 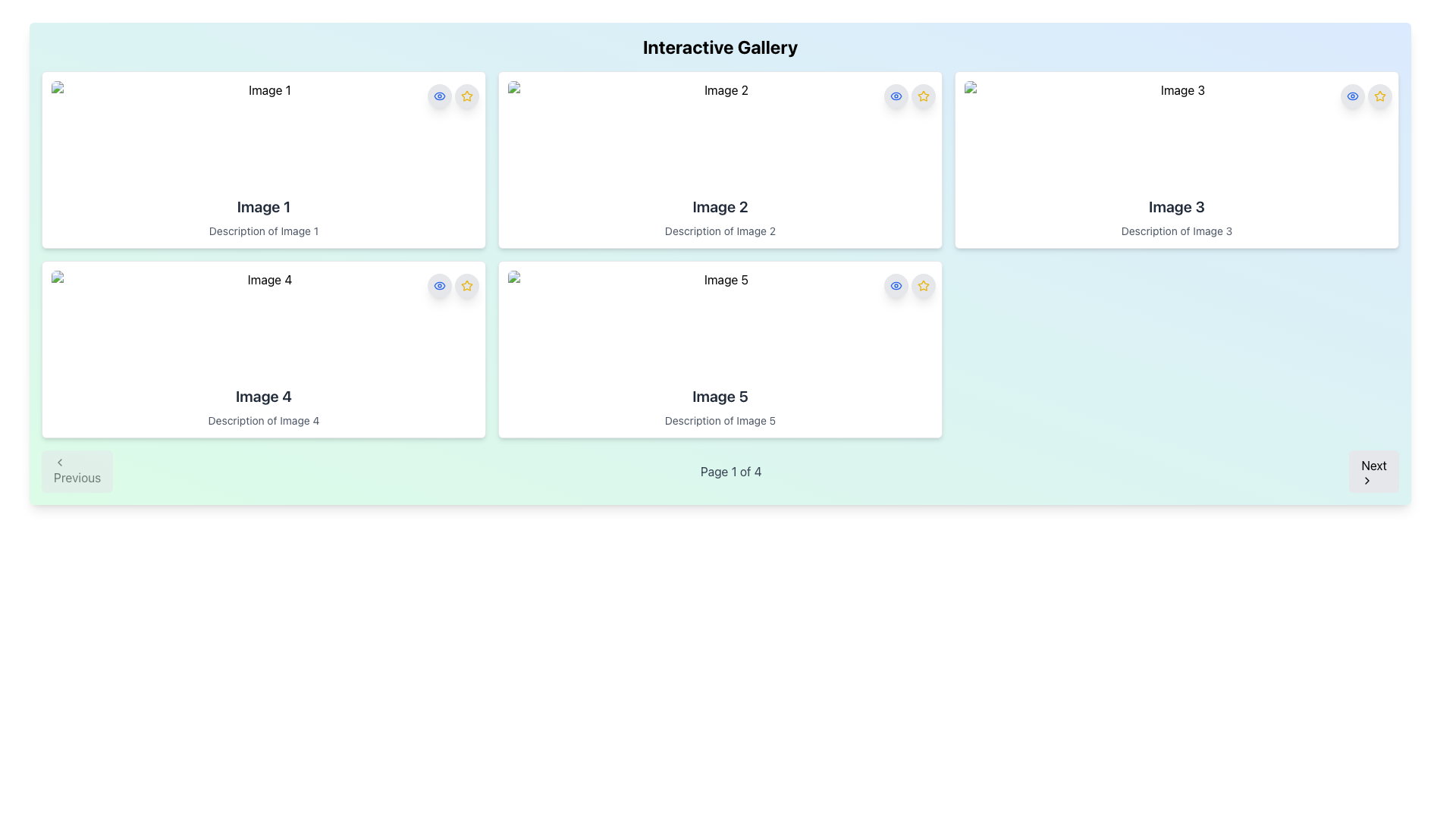 What do you see at coordinates (453, 96) in the screenshot?
I see `the left section of the Interactive Button Group located in the top-right corner of the card labeled 'Image 1'` at bounding box center [453, 96].